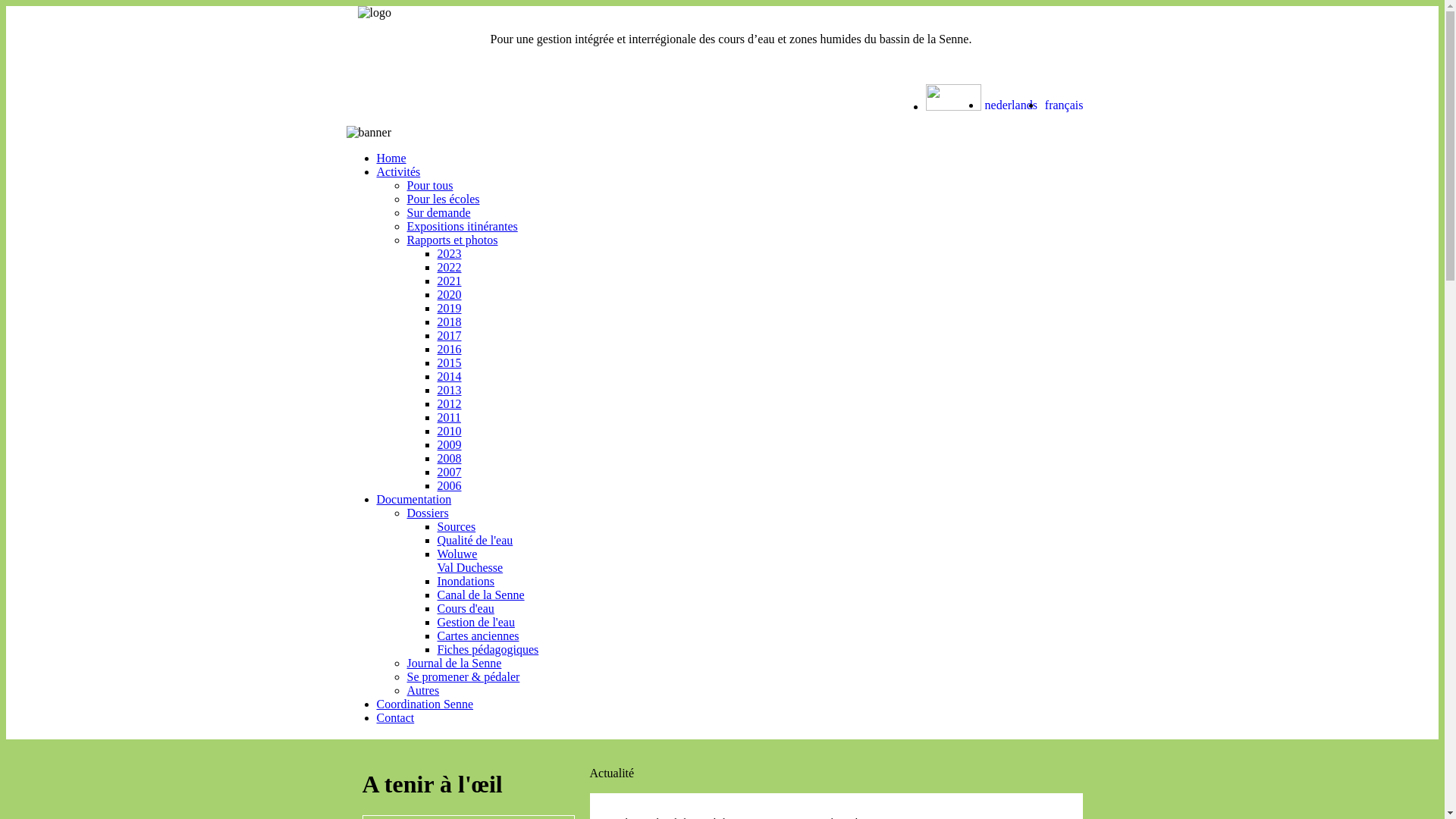 This screenshot has width=1456, height=819. I want to click on 'Inondations', so click(436, 580).